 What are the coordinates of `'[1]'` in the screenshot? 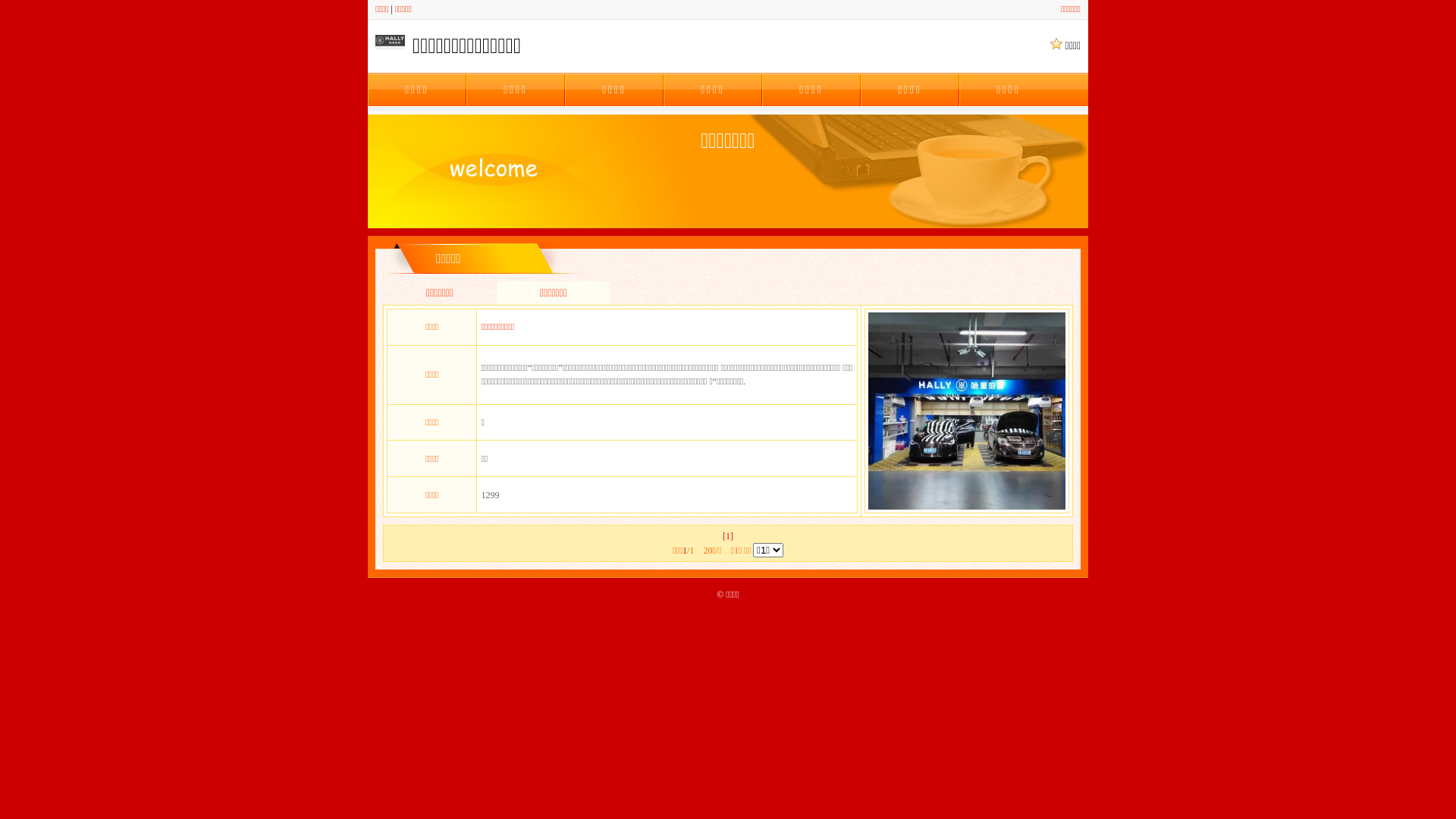 It's located at (728, 535).